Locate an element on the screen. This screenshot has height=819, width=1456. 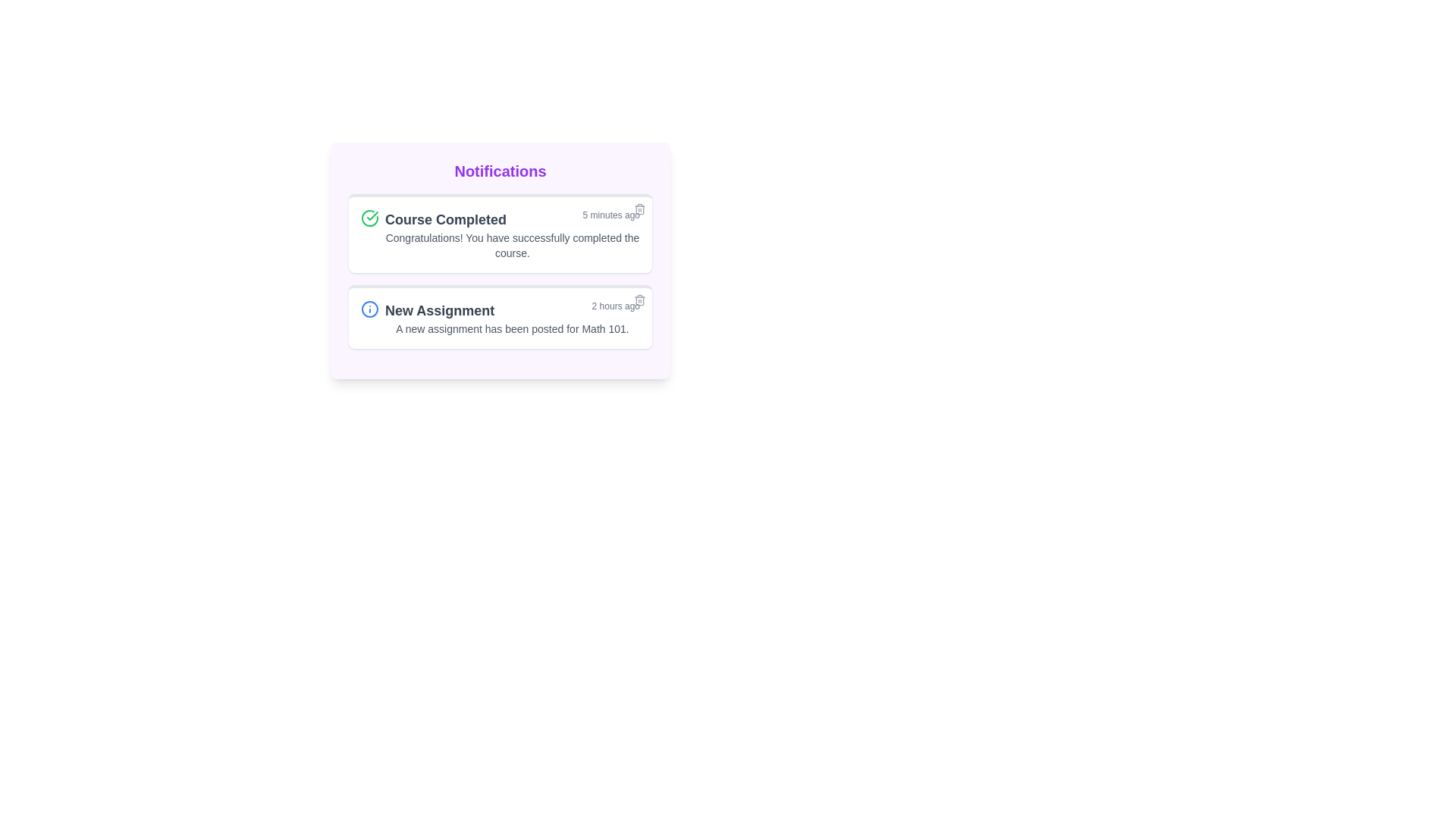
the second notification card which displays 'New Assignment' in bold gray font, located in the notification list section is located at coordinates (513, 318).